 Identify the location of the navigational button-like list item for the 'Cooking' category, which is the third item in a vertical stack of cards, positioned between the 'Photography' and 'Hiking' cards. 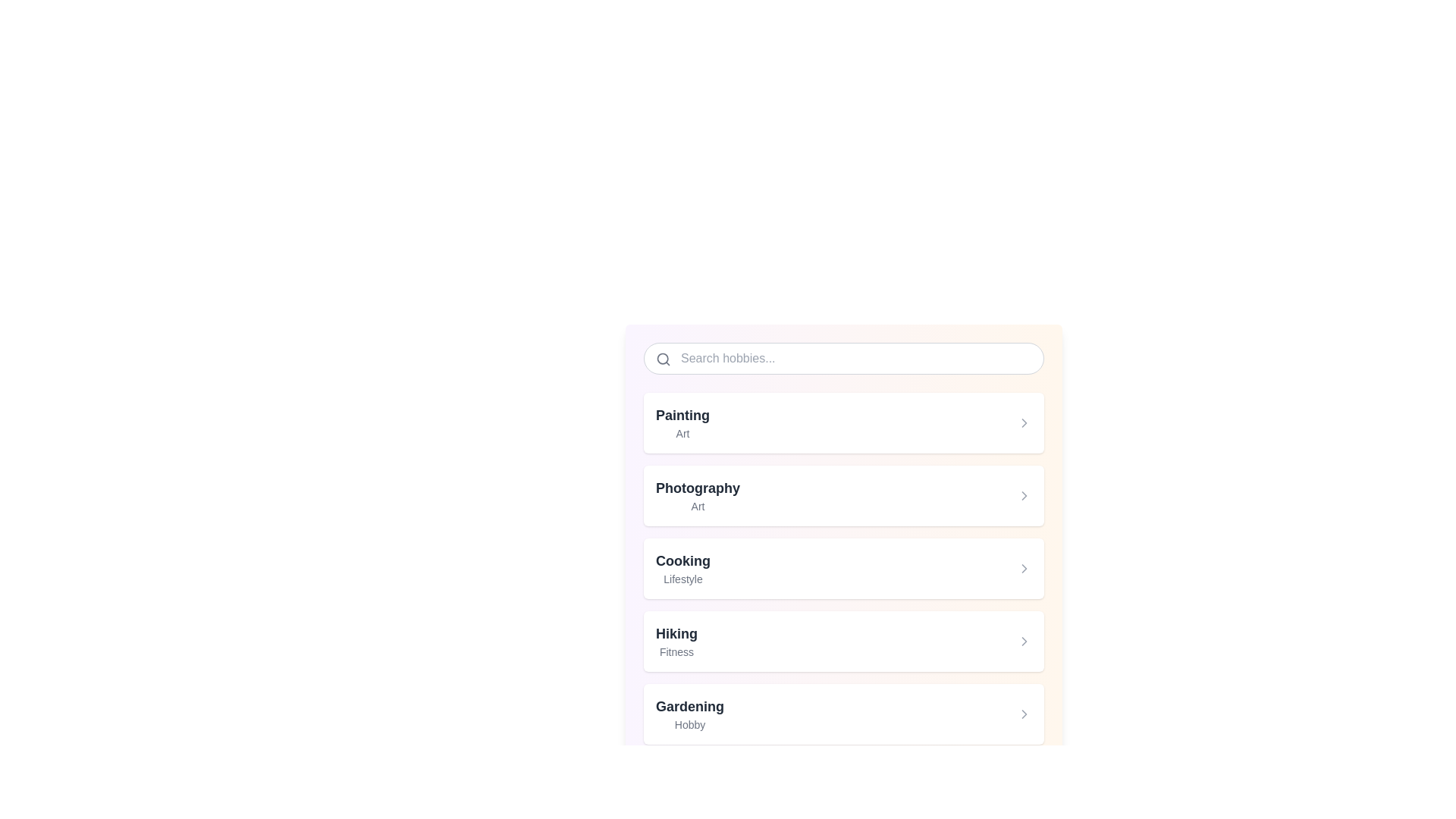
(843, 568).